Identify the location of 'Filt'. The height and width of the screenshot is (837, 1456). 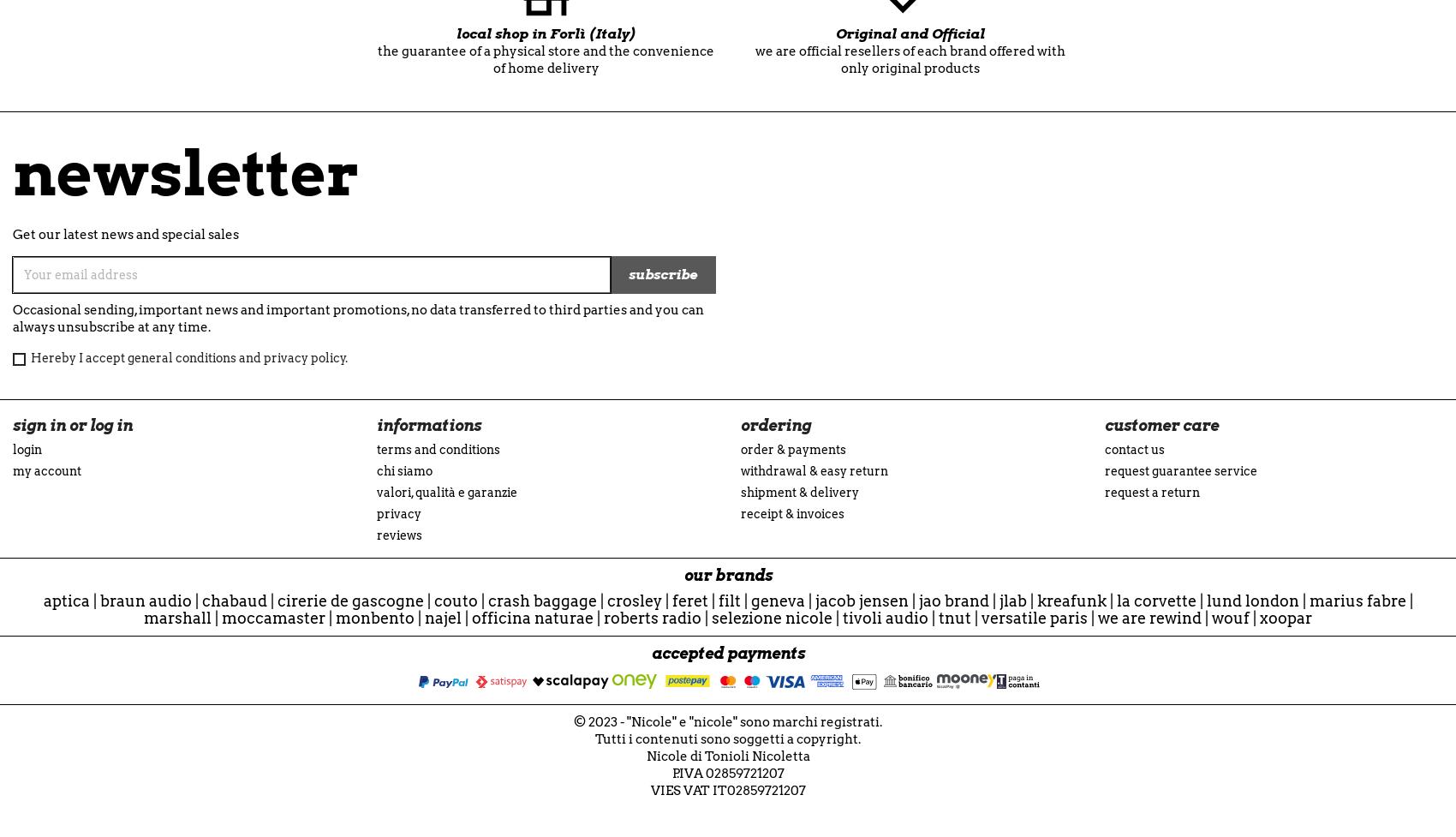
(729, 601).